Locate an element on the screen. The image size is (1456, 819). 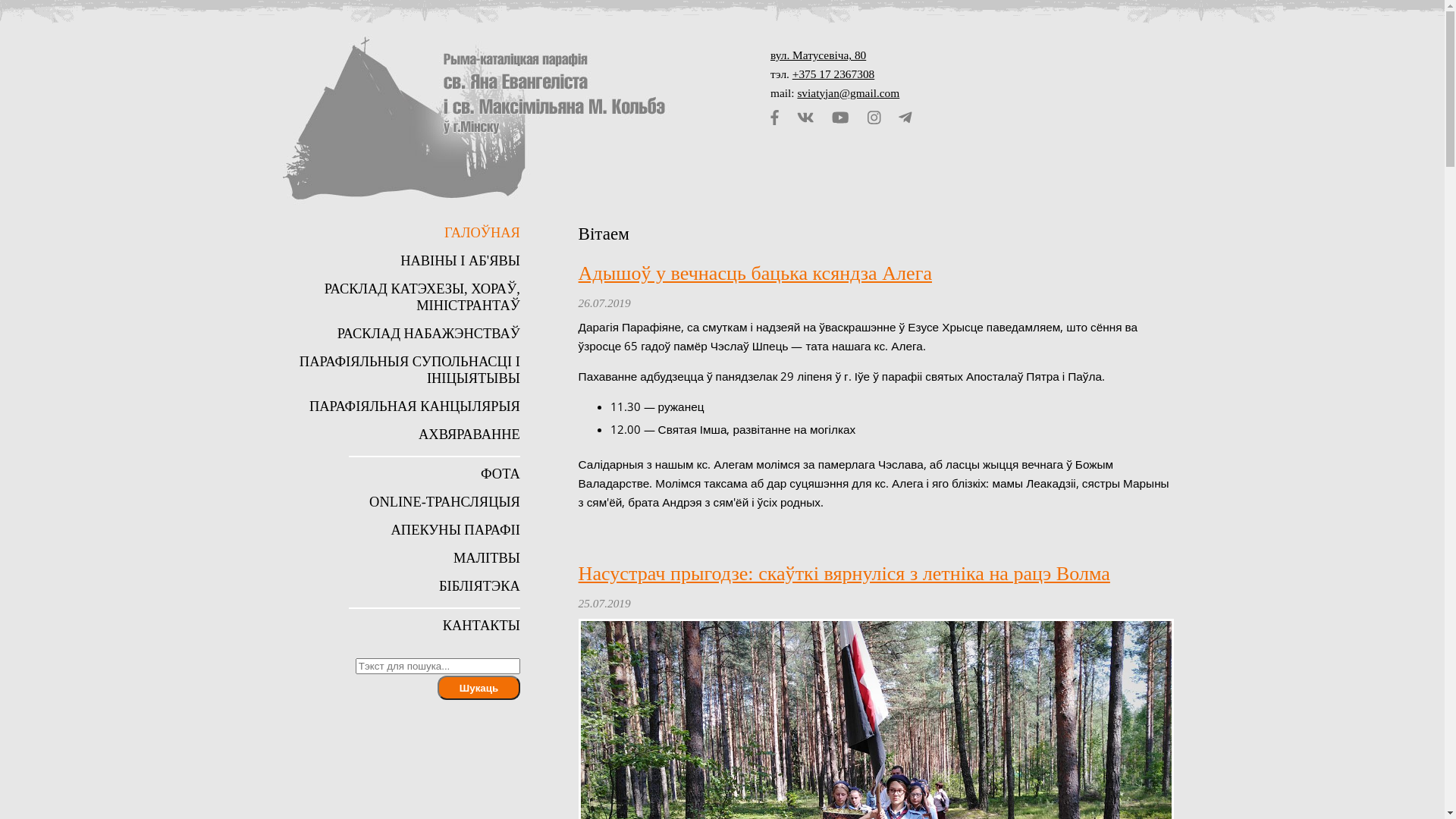
'sviatyjan@gmail.com' is located at coordinates (847, 93).